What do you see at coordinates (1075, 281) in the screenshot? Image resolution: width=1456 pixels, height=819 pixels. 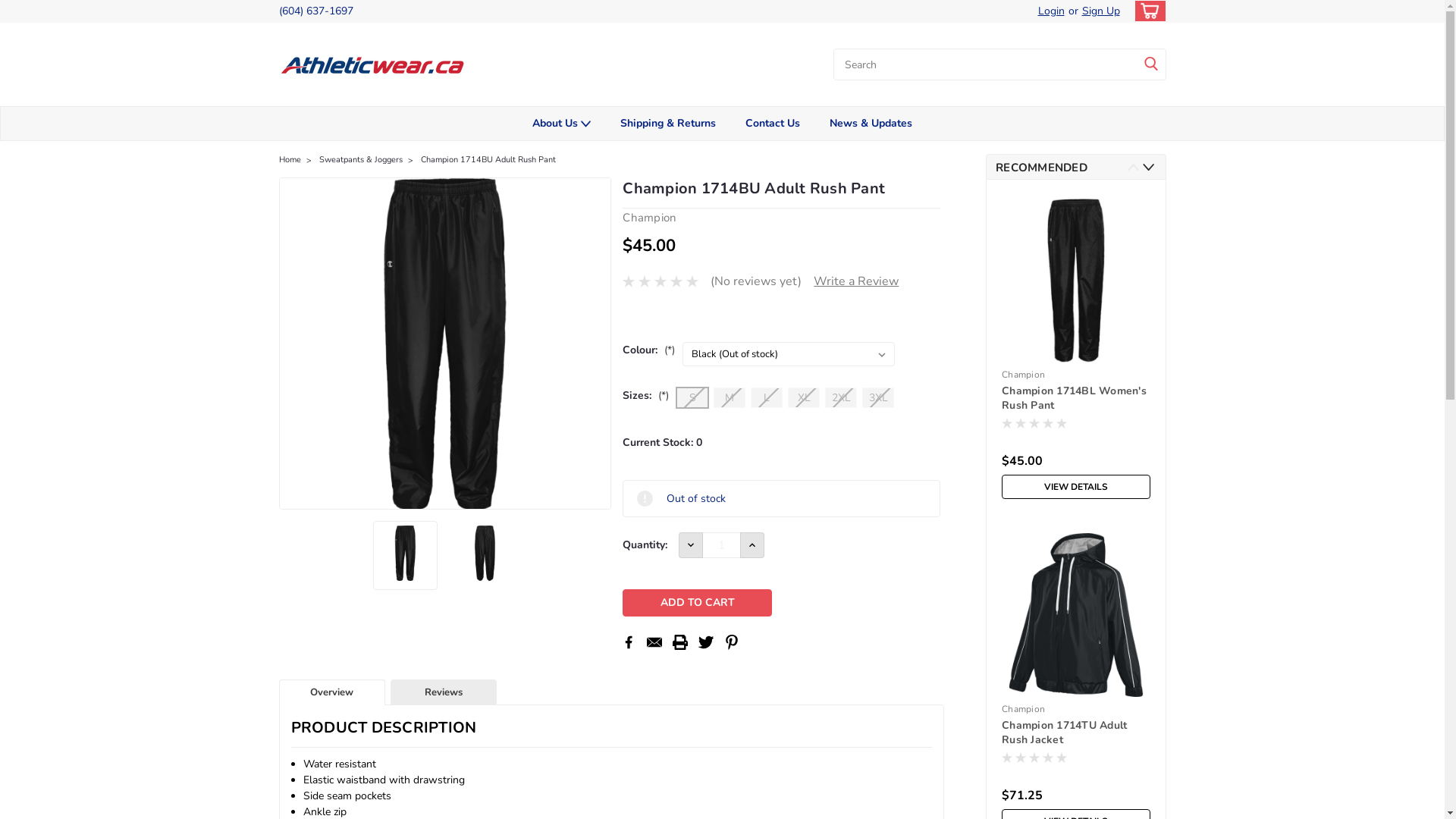 I see `'Black - 1714BL Women's Rush Pant | Athleticwear.ca'` at bounding box center [1075, 281].